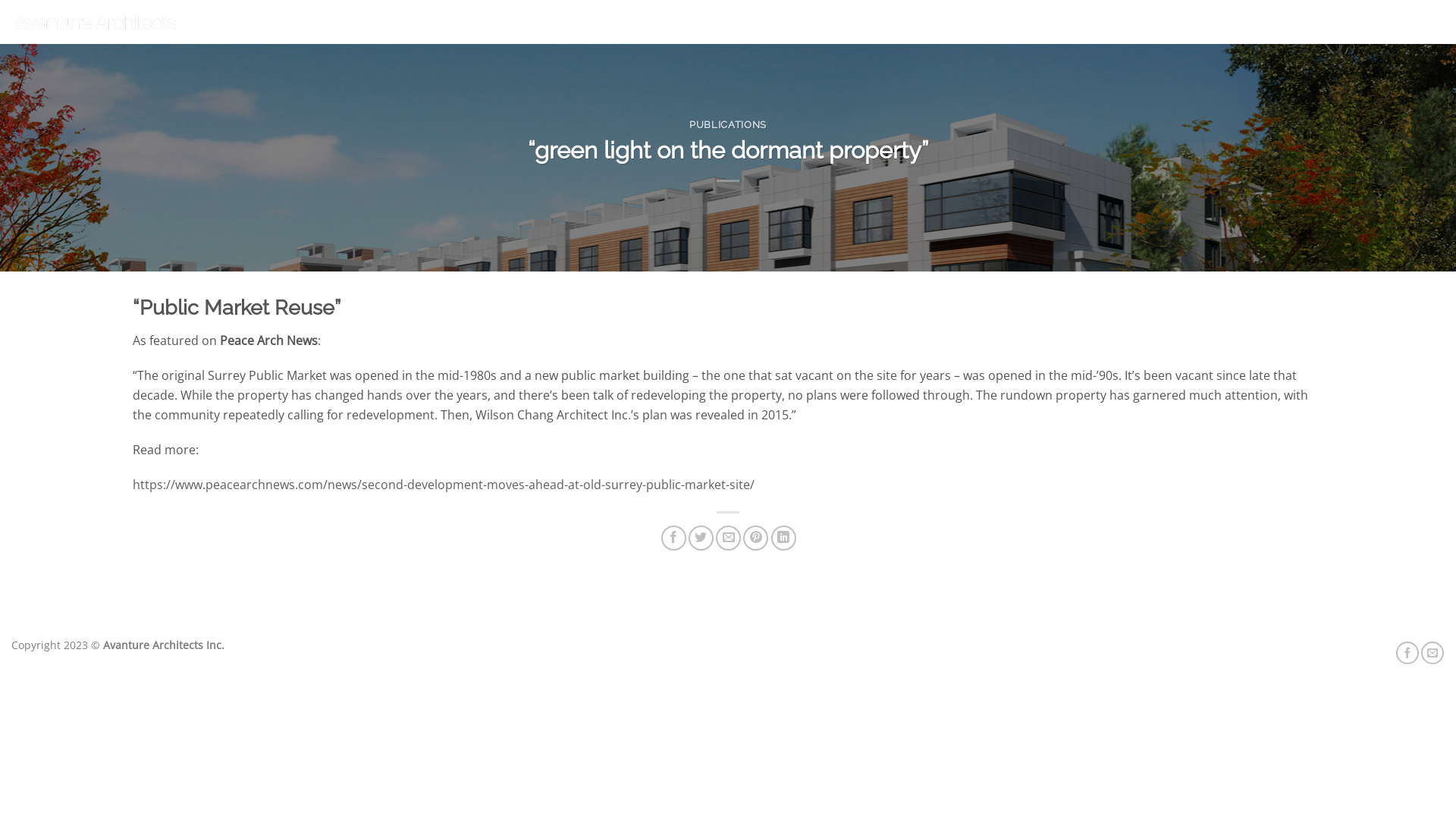 This screenshot has width=1456, height=819. Describe the element at coordinates (728, 124) in the screenshot. I see `'PUBLICATIONS'` at that location.